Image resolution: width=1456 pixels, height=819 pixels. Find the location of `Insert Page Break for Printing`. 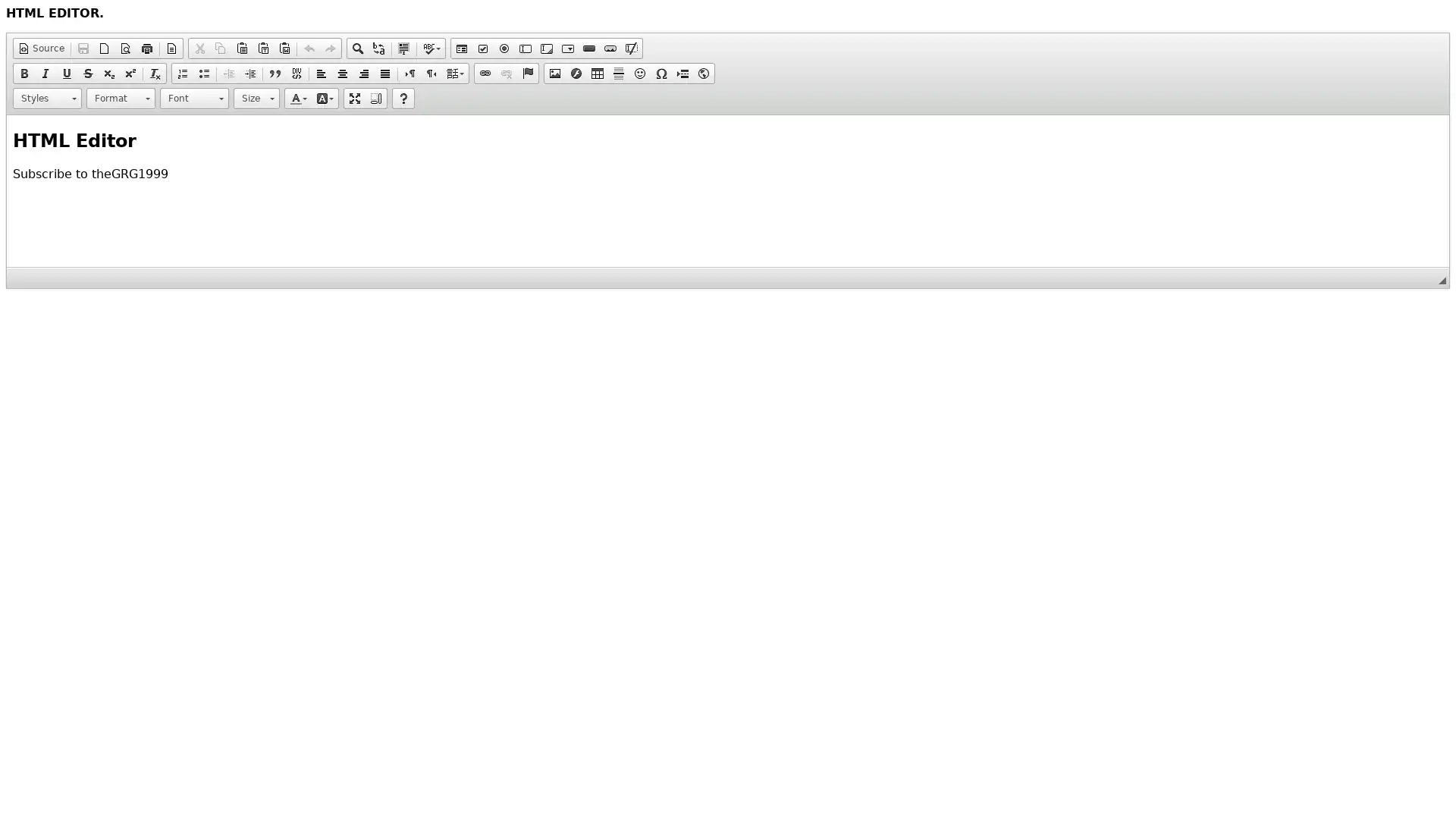

Insert Page Break for Printing is located at coordinates (682, 73).